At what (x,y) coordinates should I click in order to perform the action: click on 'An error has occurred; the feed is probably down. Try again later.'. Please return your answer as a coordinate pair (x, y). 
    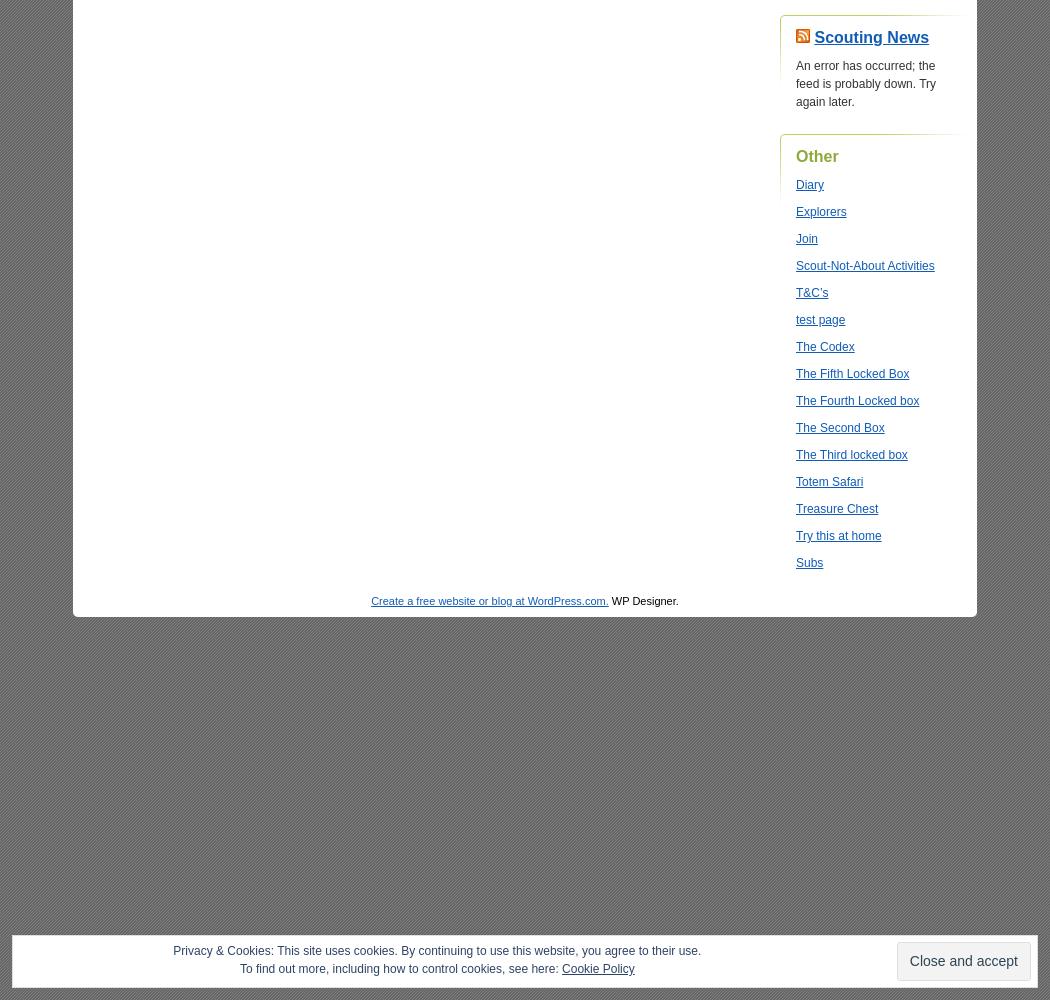
    Looking at the image, I should click on (865, 83).